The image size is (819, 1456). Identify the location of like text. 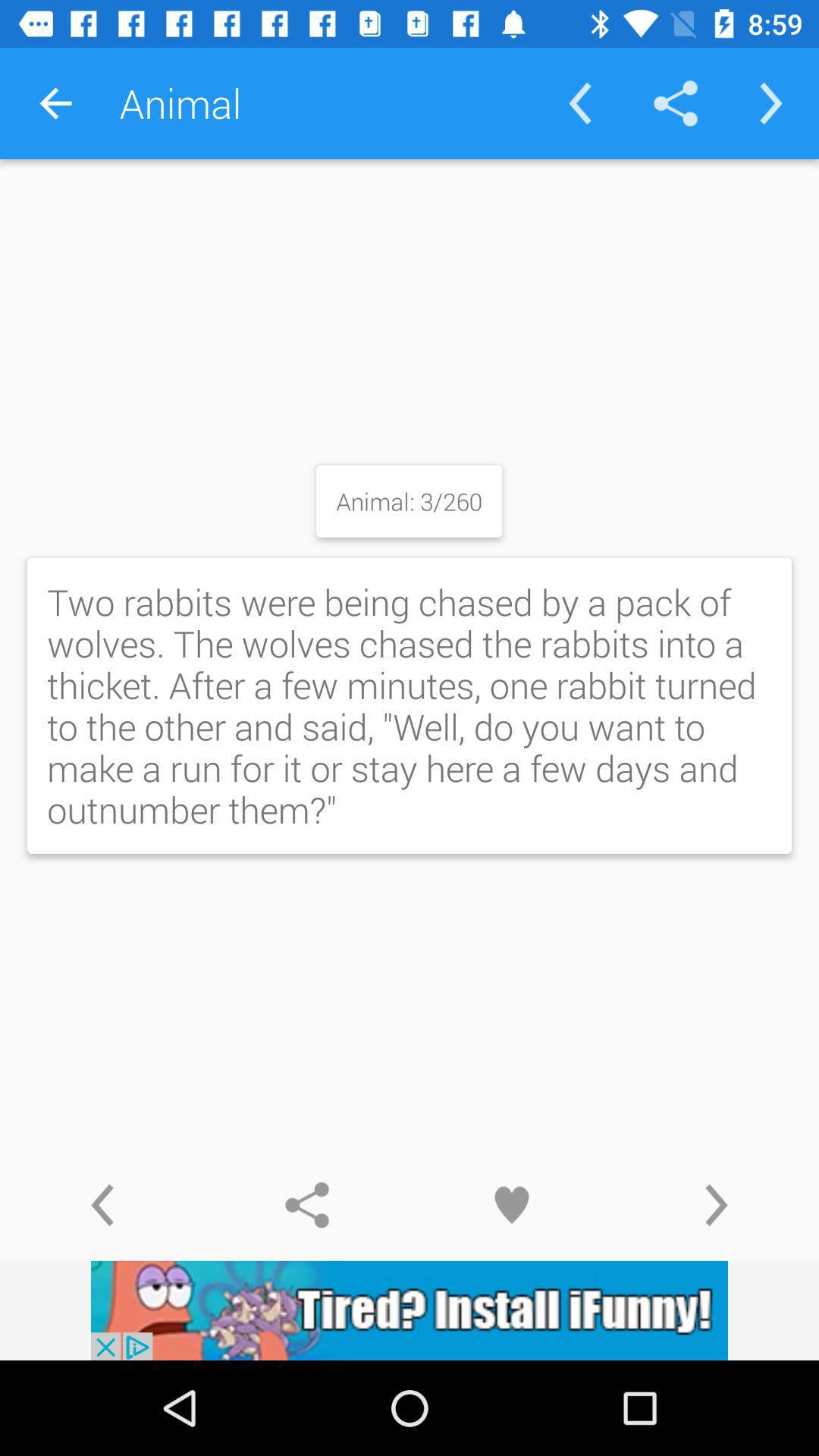
(512, 1204).